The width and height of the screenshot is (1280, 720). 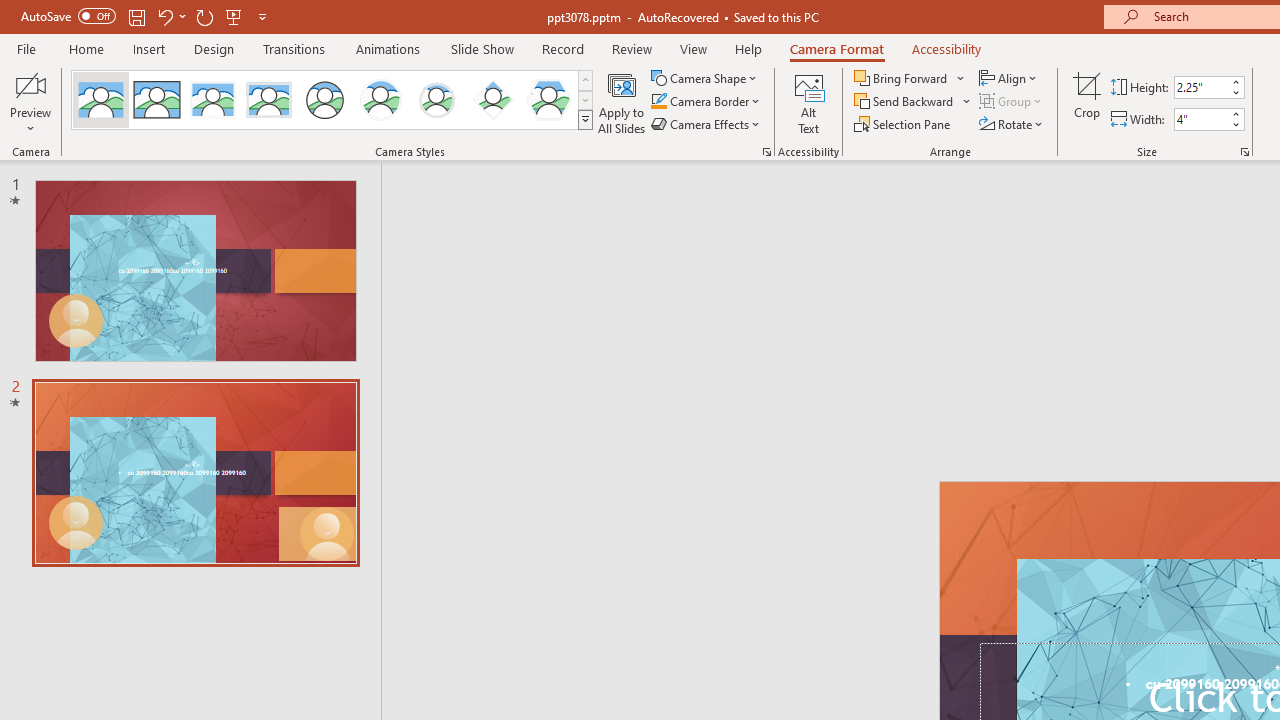 I want to click on 'Bring Forward', so click(x=909, y=77).